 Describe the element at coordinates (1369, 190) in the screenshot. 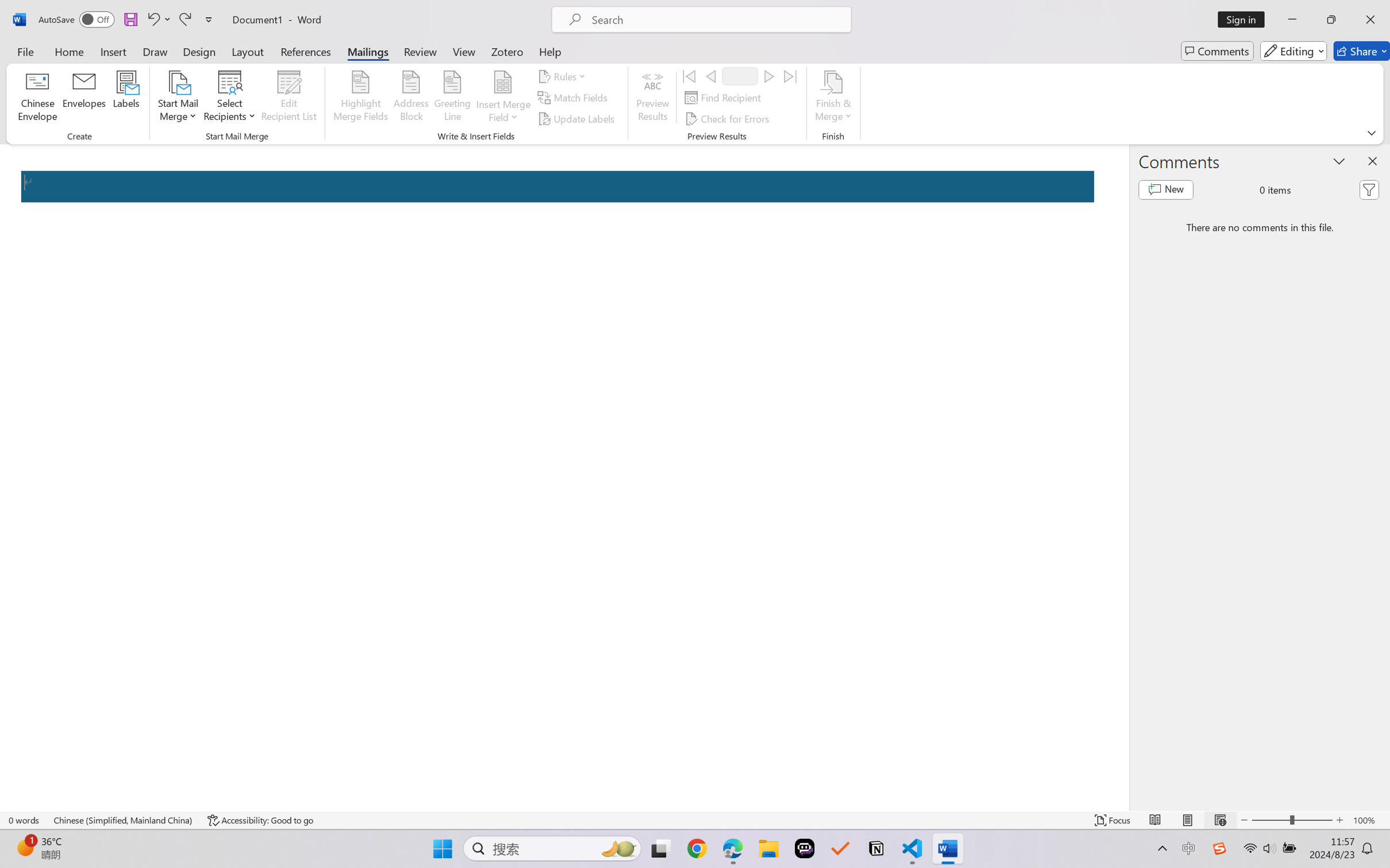

I see `'Filter'` at that location.